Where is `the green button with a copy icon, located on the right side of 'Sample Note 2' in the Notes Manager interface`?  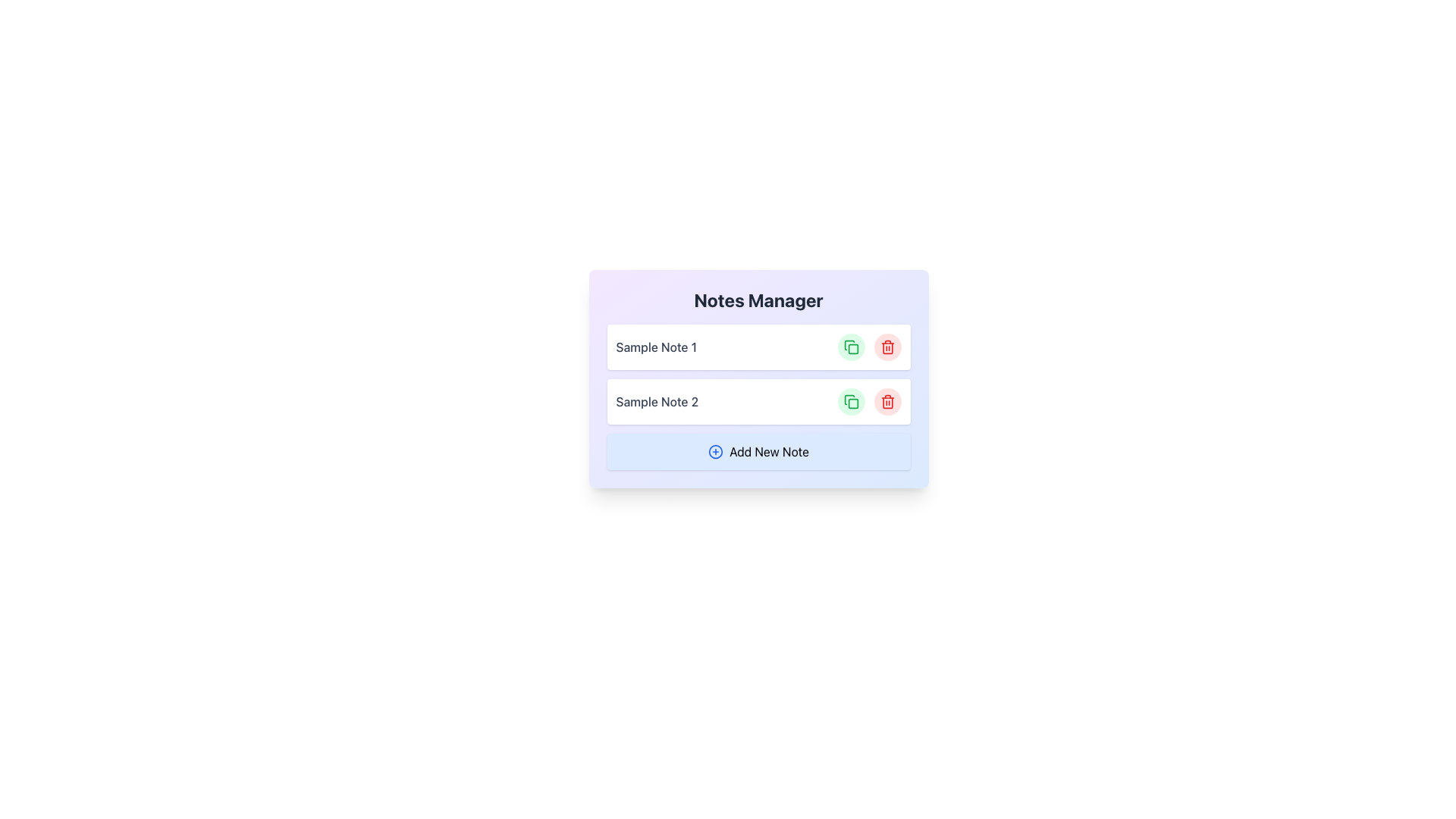 the green button with a copy icon, located on the right side of 'Sample Note 2' in the Notes Manager interface is located at coordinates (869, 400).